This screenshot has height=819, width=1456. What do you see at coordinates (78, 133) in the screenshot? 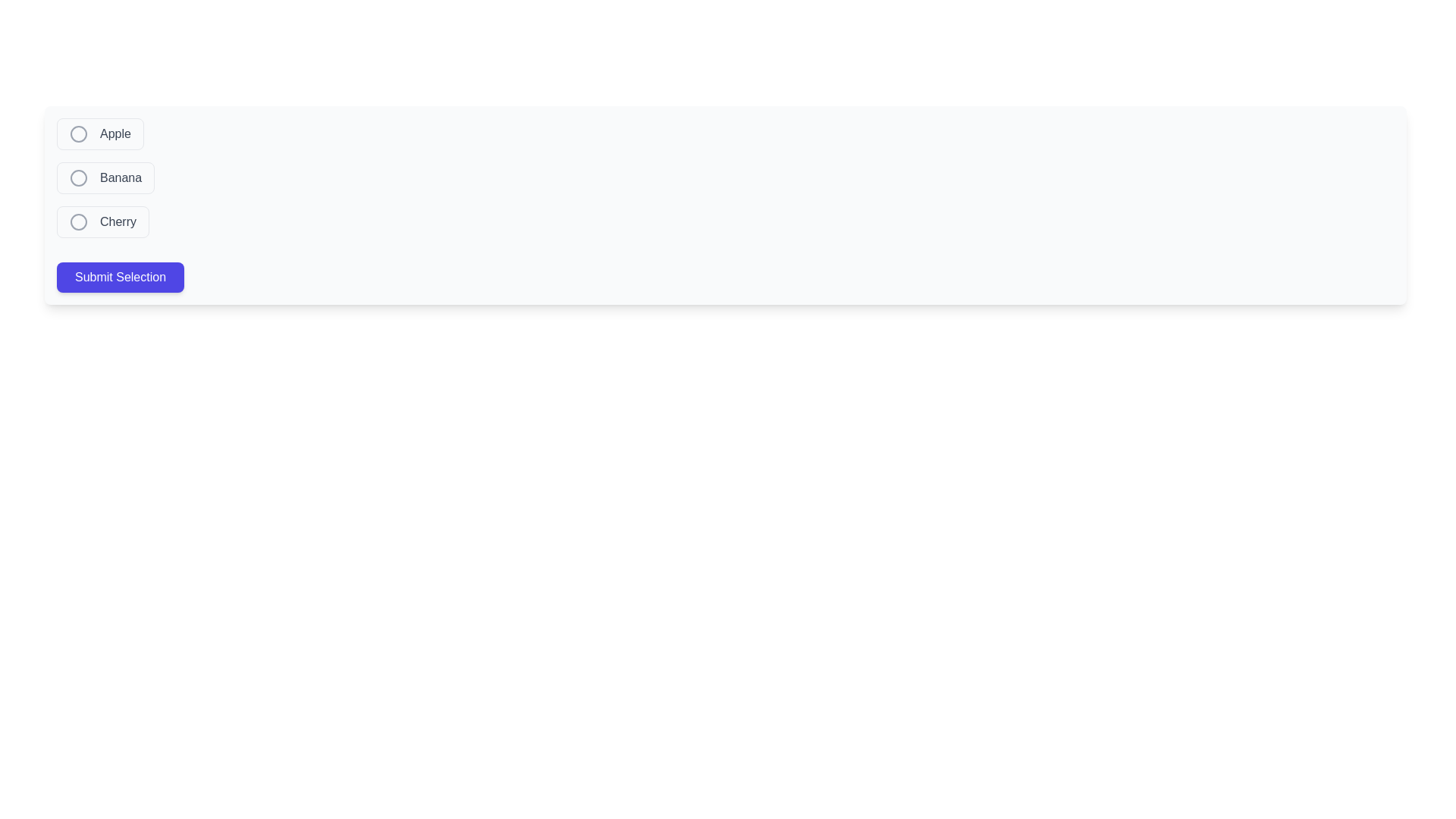
I see `the circle outline icon` at bounding box center [78, 133].